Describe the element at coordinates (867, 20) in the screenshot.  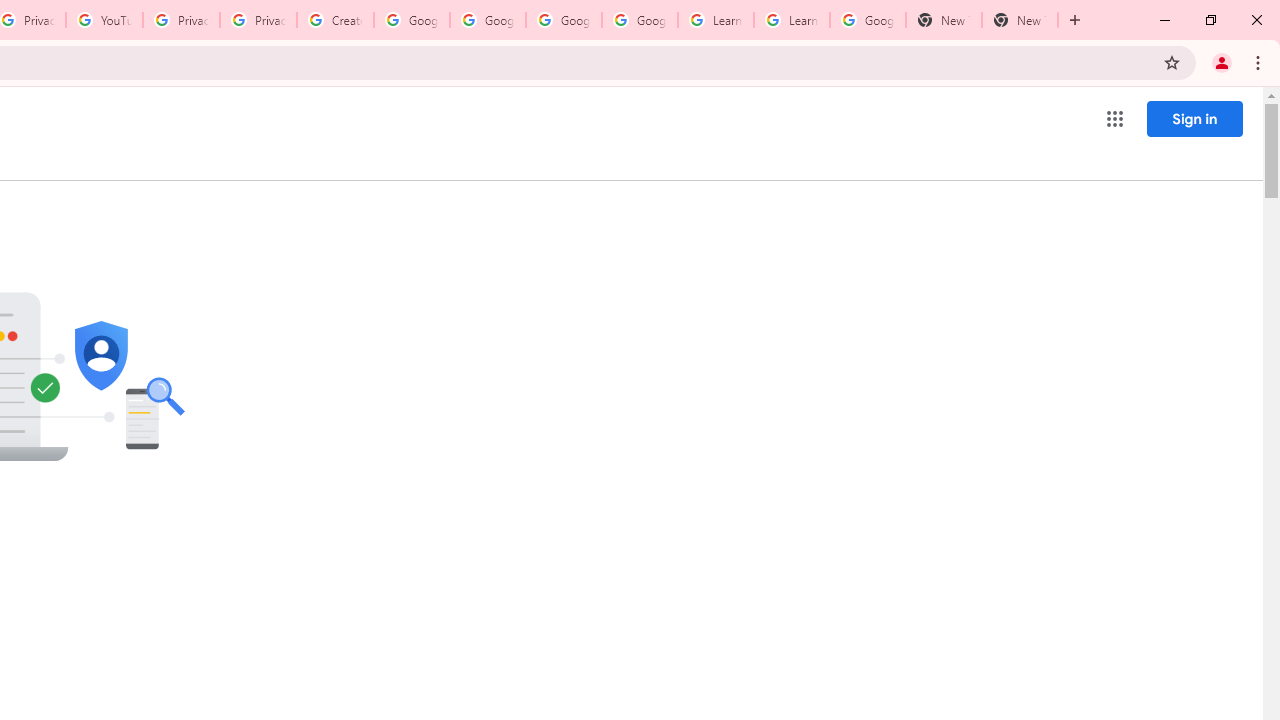
I see `'Google Account'` at that location.